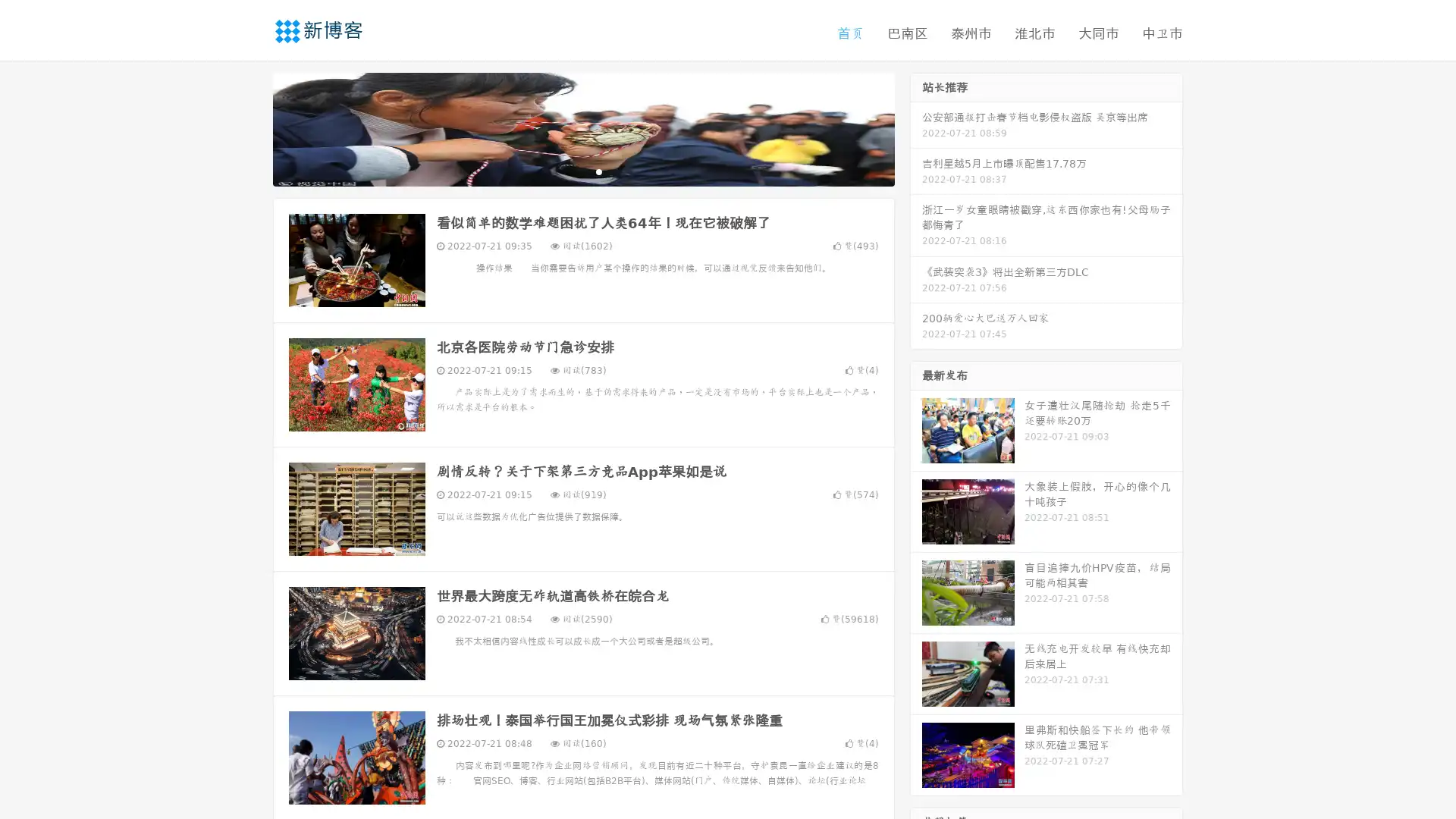  What do you see at coordinates (916, 127) in the screenshot?
I see `Next slide` at bounding box center [916, 127].